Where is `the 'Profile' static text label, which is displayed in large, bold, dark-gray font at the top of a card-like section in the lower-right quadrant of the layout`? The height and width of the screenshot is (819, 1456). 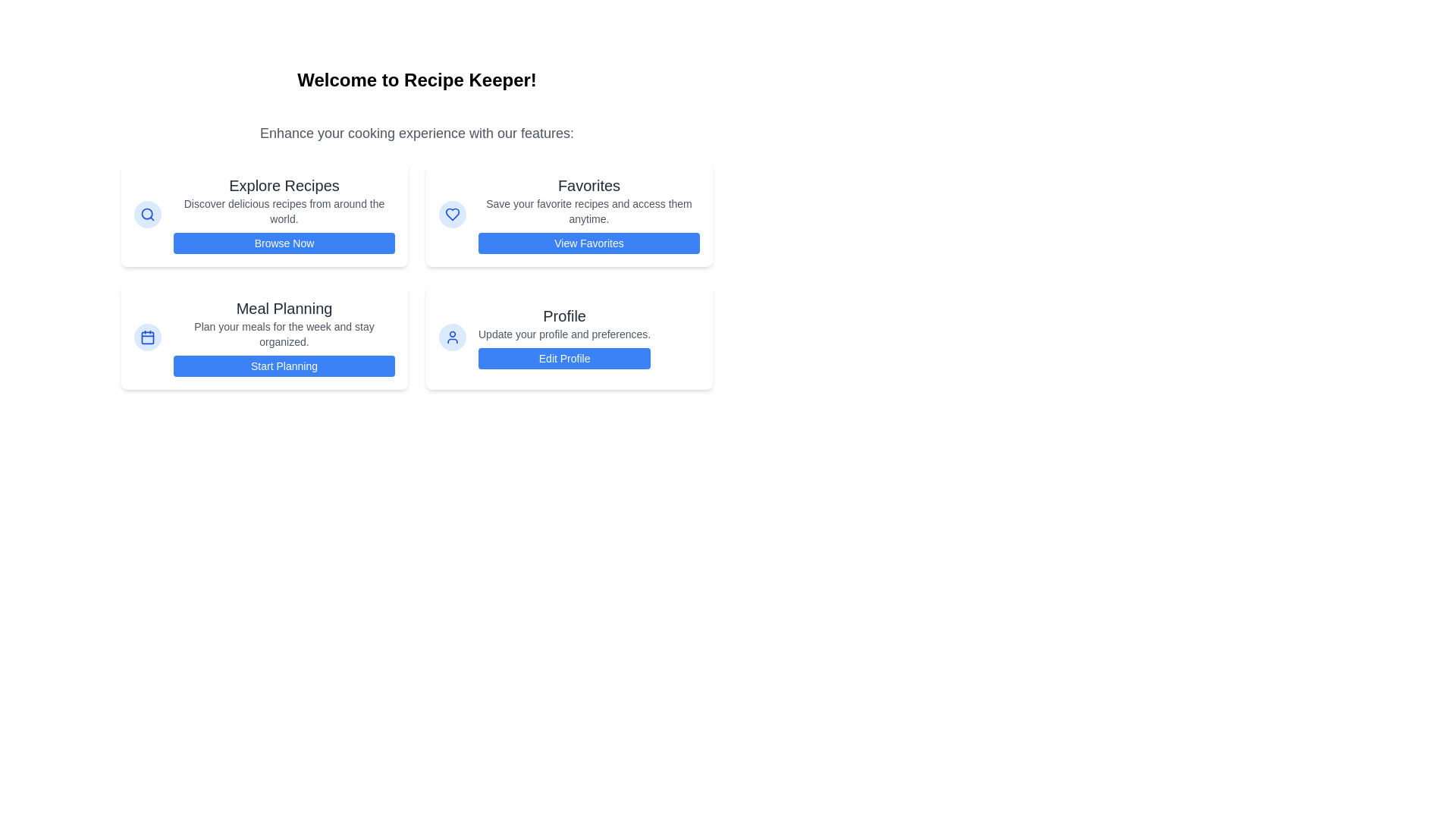 the 'Profile' static text label, which is displayed in large, bold, dark-gray font at the top of a card-like section in the lower-right quadrant of the layout is located at coordinates (563, 315).